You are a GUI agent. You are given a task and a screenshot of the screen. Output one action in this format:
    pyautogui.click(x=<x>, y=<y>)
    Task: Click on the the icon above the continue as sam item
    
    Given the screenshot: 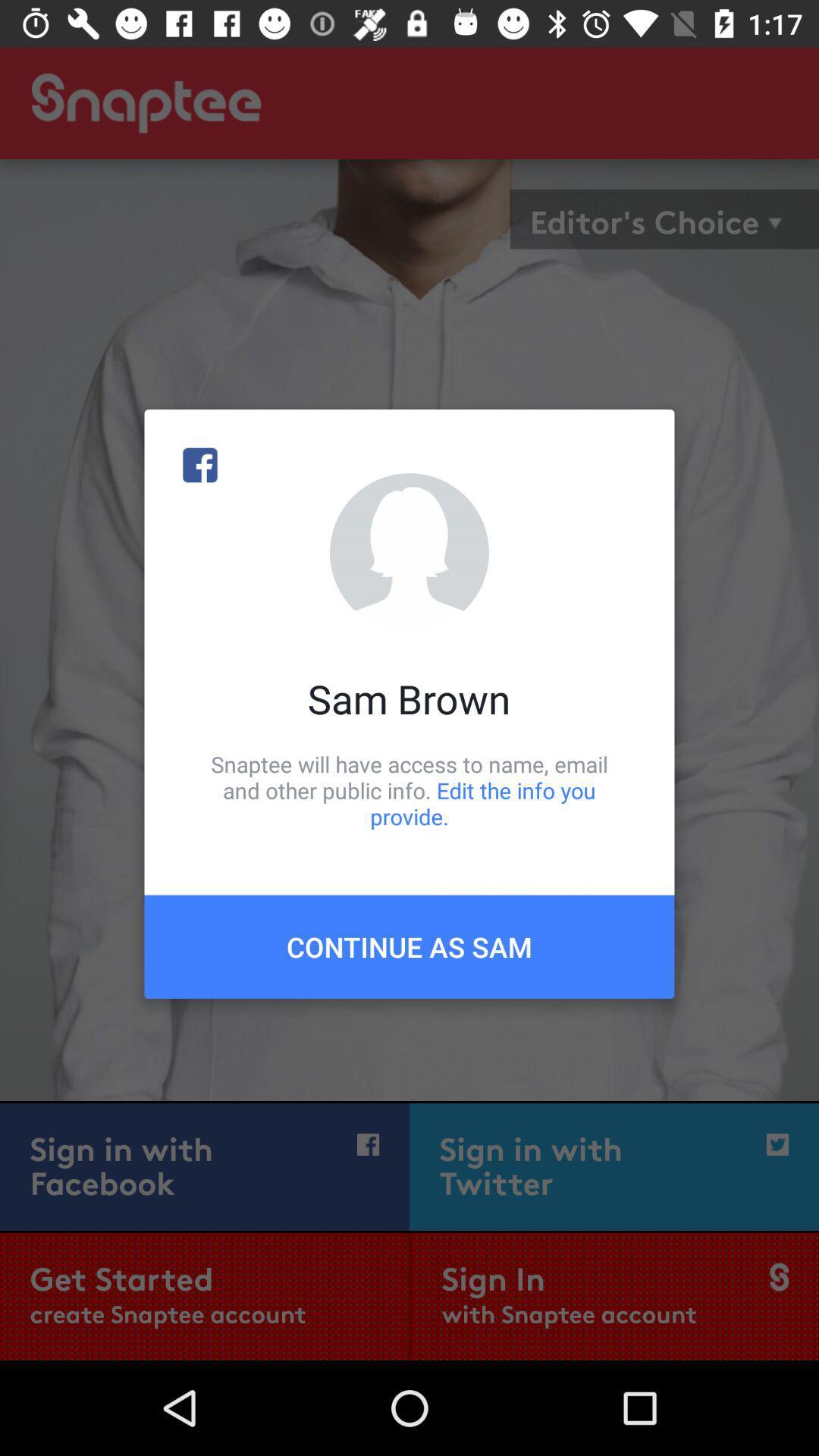 What is the action you would take?
    pyautogui.click(x=409, y=789)
    